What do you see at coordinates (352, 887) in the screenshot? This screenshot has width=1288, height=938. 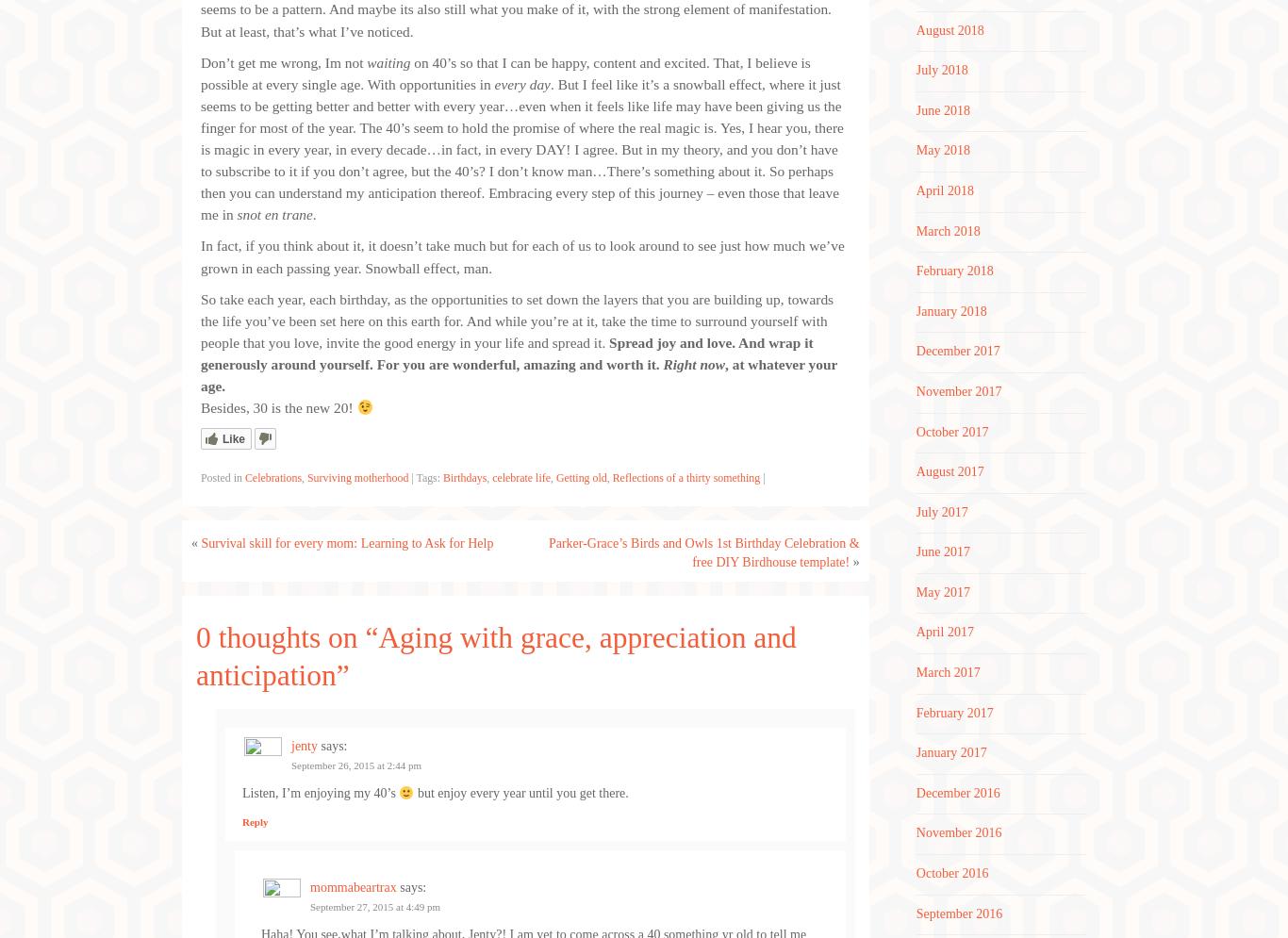 I see `'mommabeartrax'` at bounding box center [352, 887].